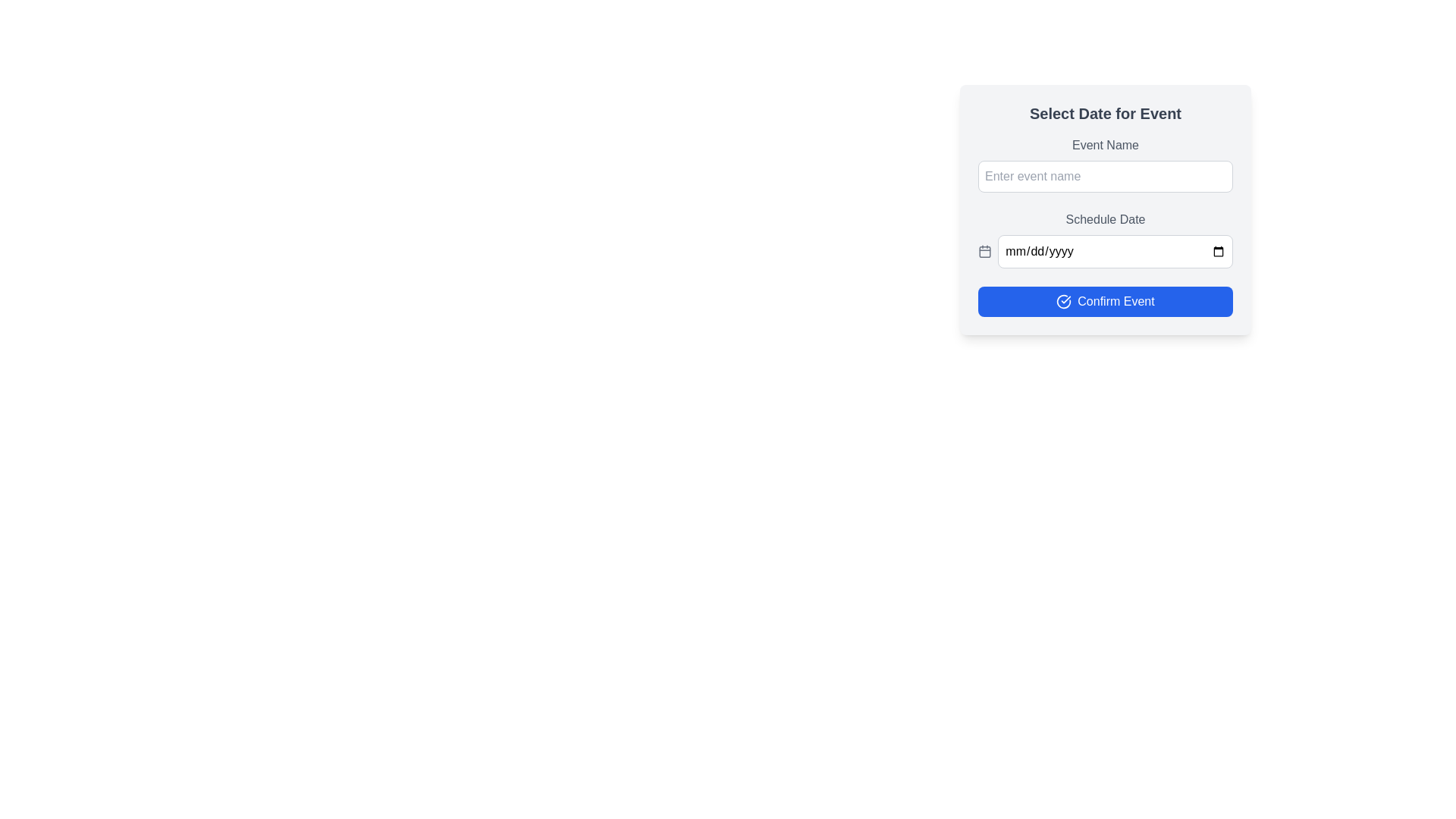 The width and height of the screenshot is (1456, 819). What do you see at coordinates (1063, 301) in the screenshot?
I see `the circular checkmark icon inside the 'Confirm Event' button, located on the left side before the text 'Confirm Event'` at bounding box center [1063, 301].